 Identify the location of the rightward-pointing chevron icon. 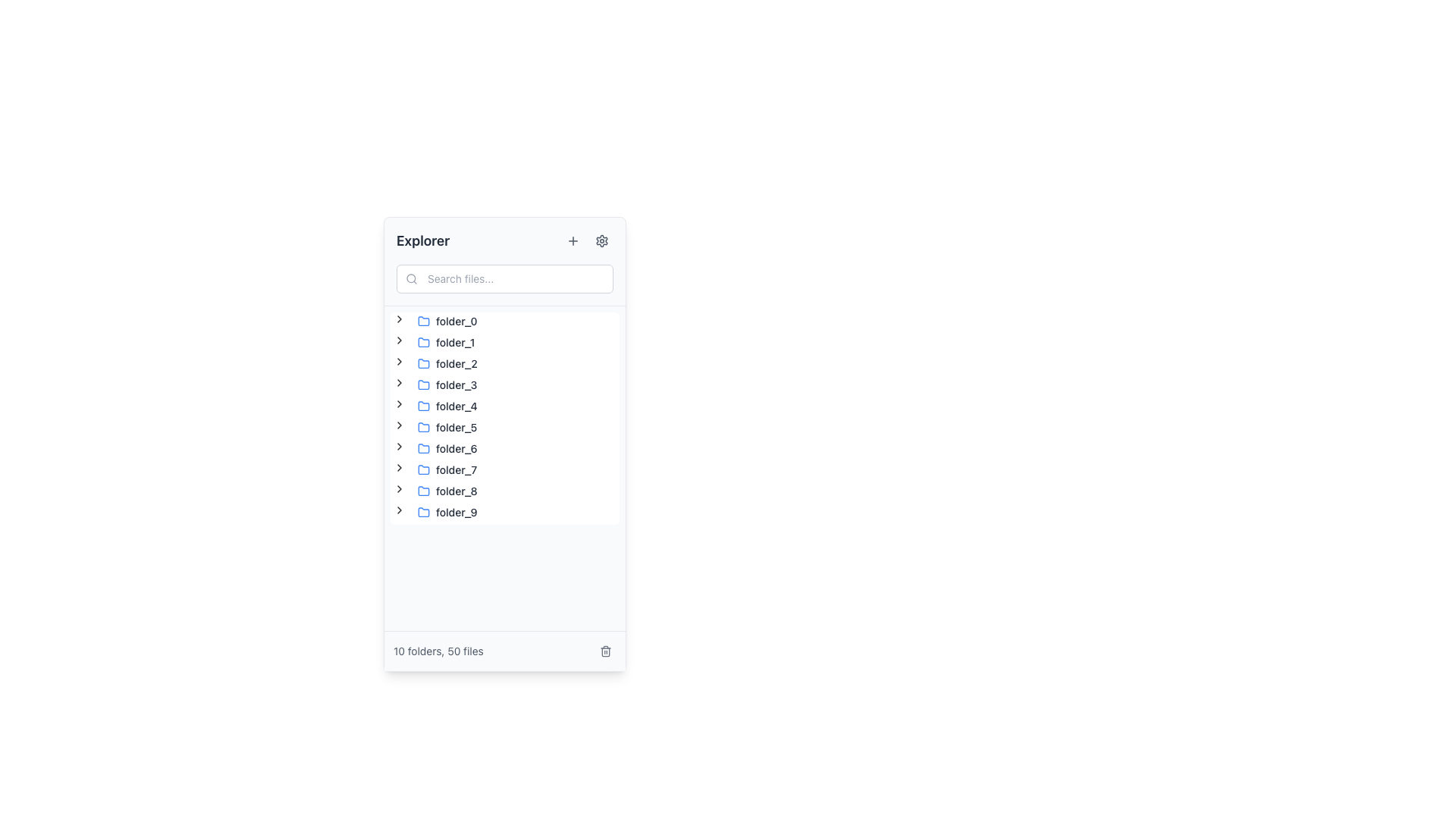
(400, 425).